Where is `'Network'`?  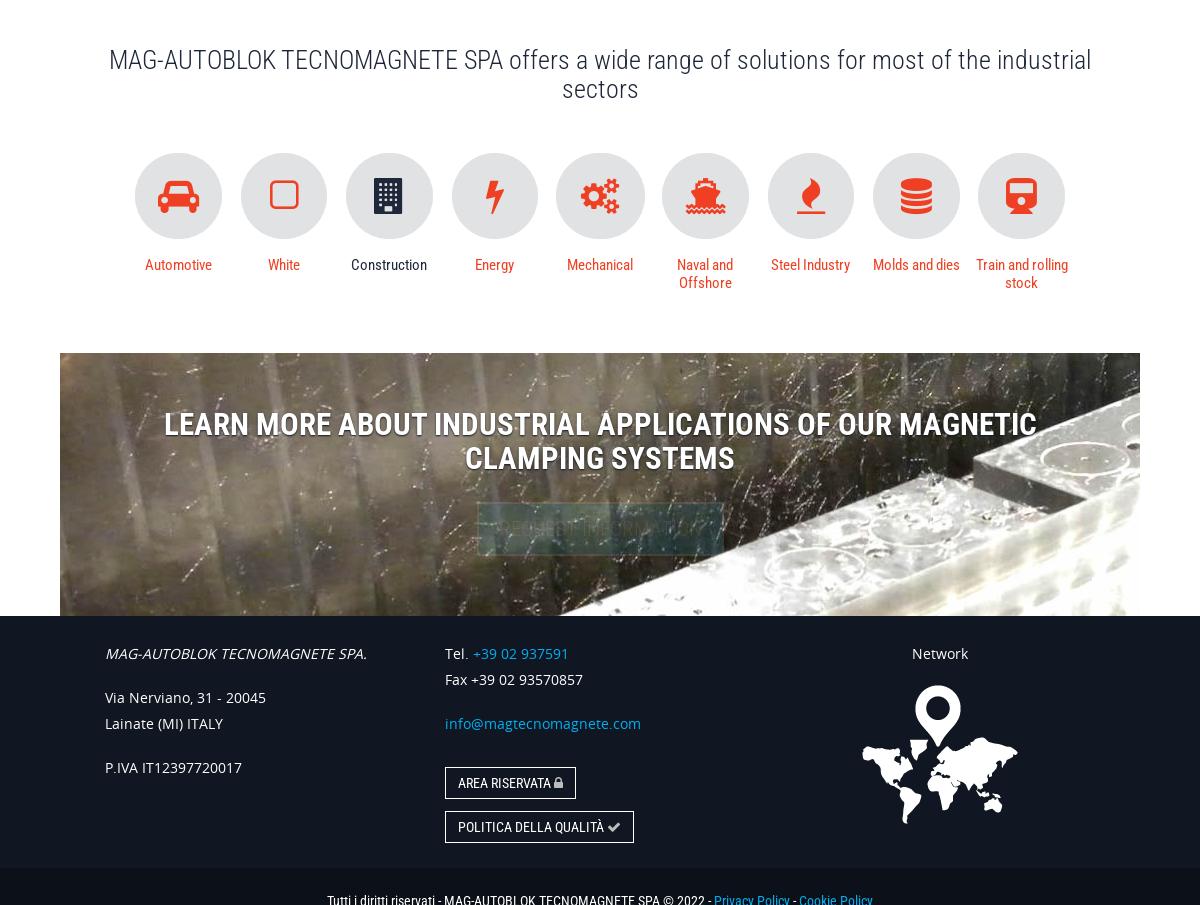
'Network' is located at coordinates (912, 651).